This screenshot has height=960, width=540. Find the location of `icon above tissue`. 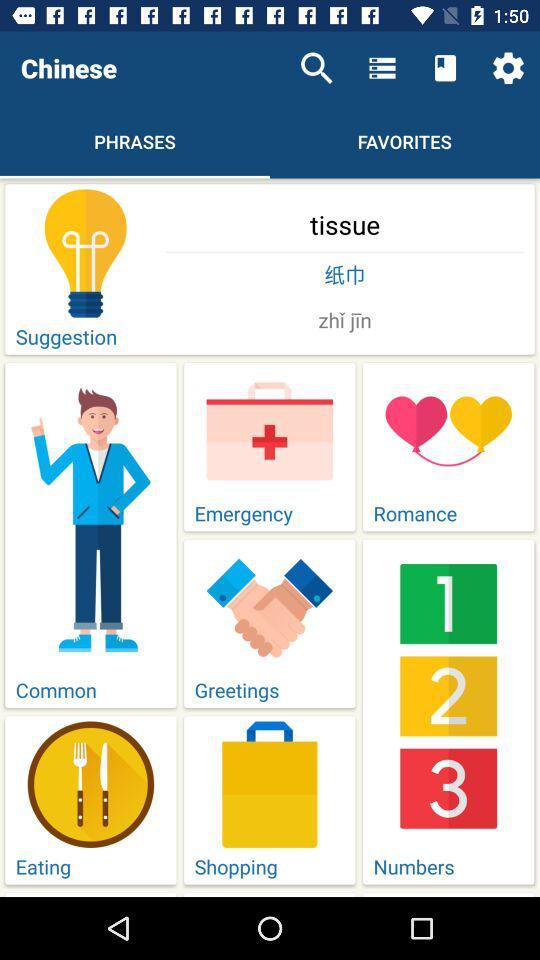

icon above tissue is located at coordinates (508, 68).